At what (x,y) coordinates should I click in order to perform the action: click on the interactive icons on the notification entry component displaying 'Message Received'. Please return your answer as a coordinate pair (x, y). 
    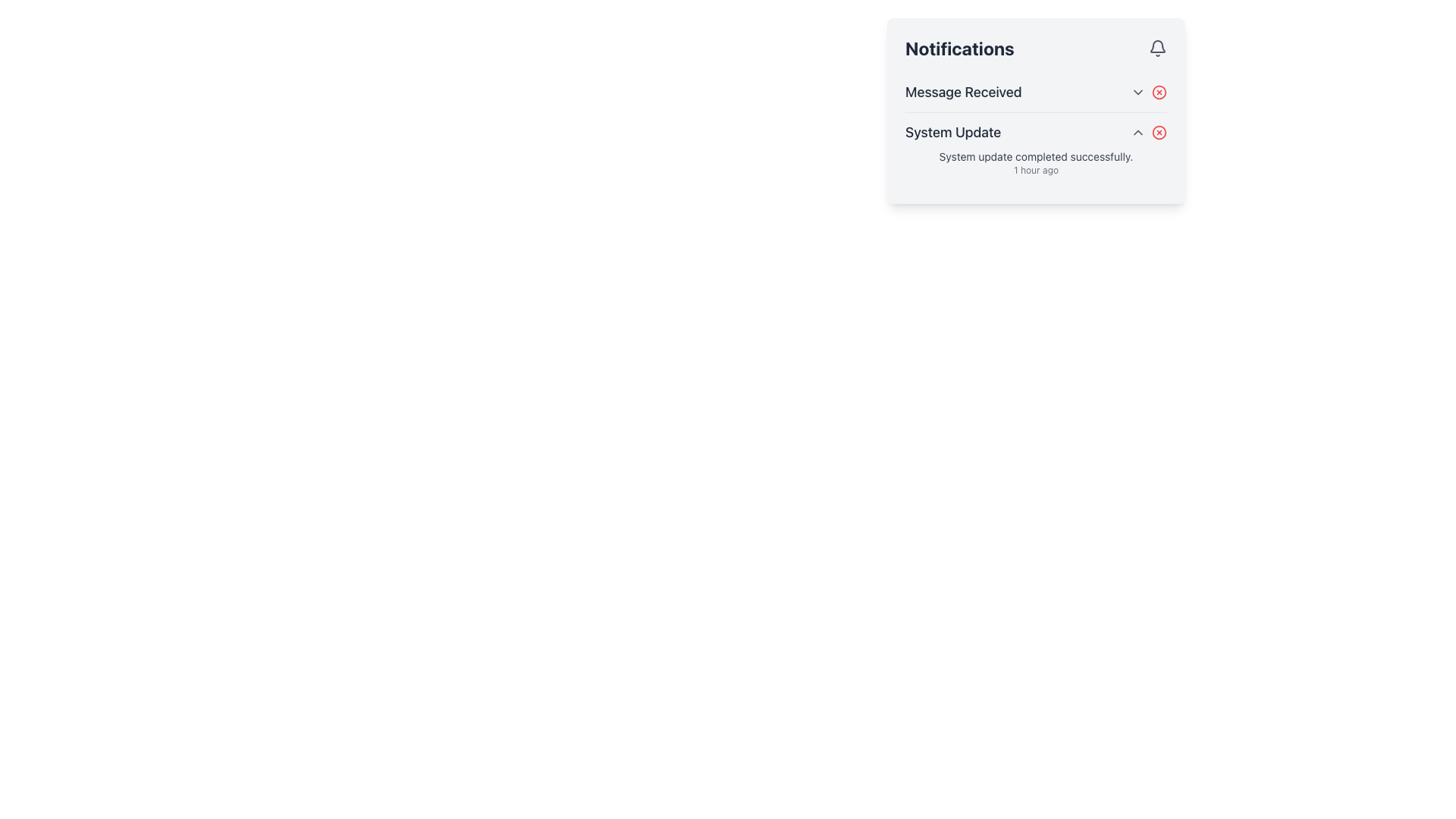
    Looking at the image, I should click on (1035, 93).